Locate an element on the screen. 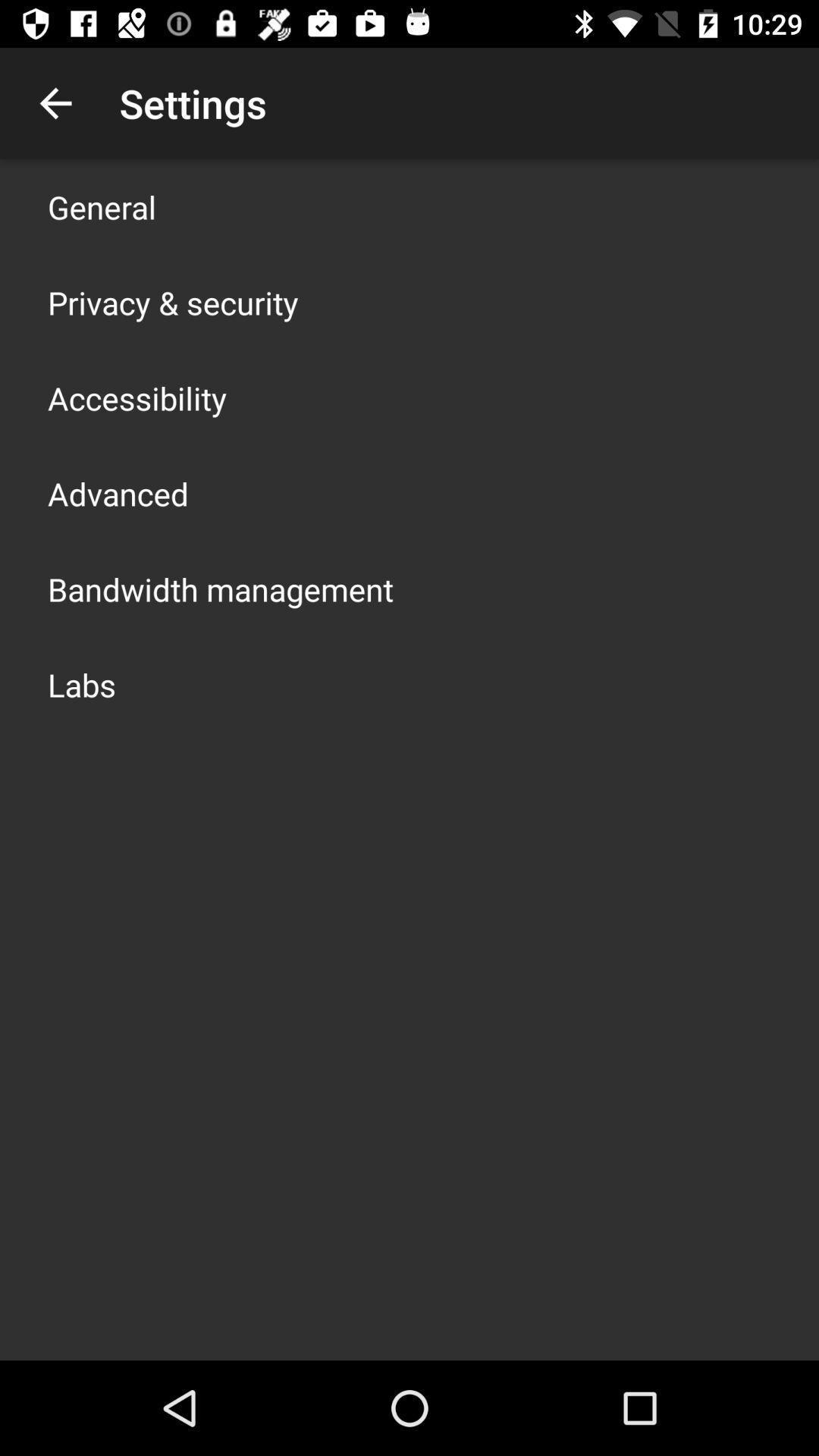 The height and width of the screenshot is (1456, 819). general item is located at coordinates (102, 206).